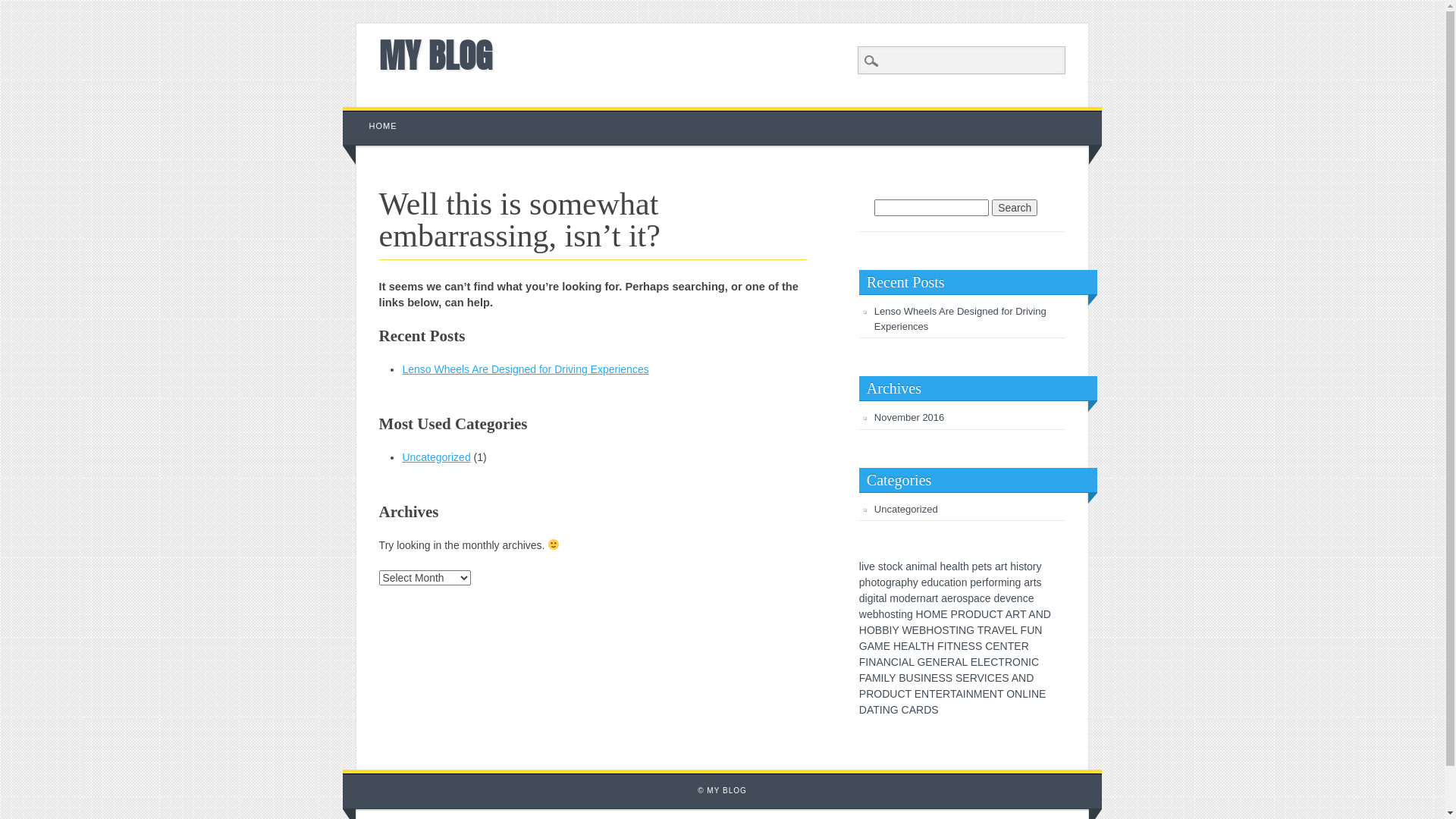 This screenshot has width=1456, height=819. What do you see at coordinates (904, 646) in the screenshot?
I see `'E'` at bounding box center [904, 646].